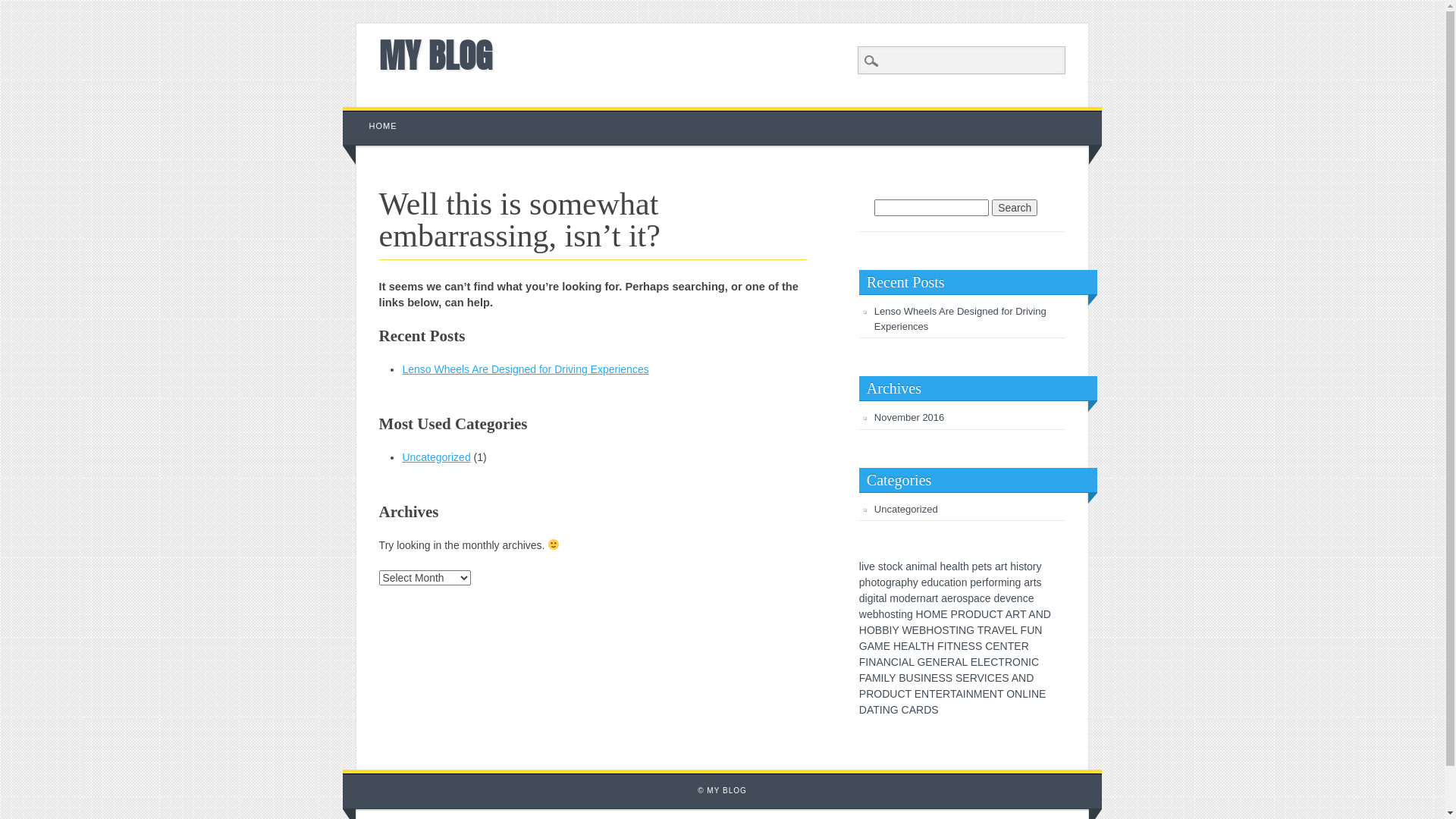 This screenshot has width=1456, height=819. What do you see at coordinates (904, 646) in the screenshot?
I see `'E'` at bounding box center [904, 646].